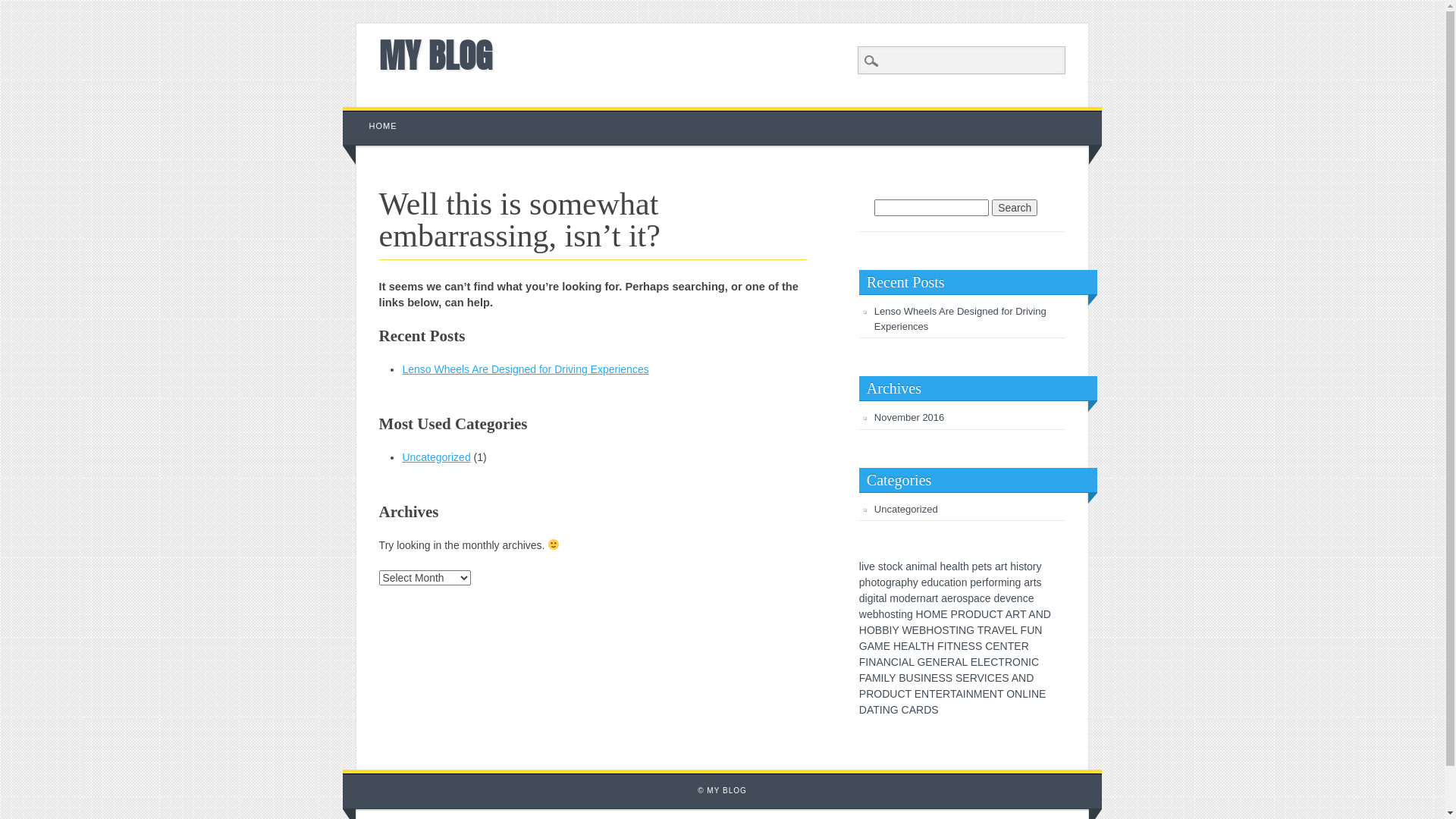 This screenshot has width=1456, height=819. What do you see at coordinates (904, 646) in the screenshot?
I see `'E'` at bounding box center [904, 646].